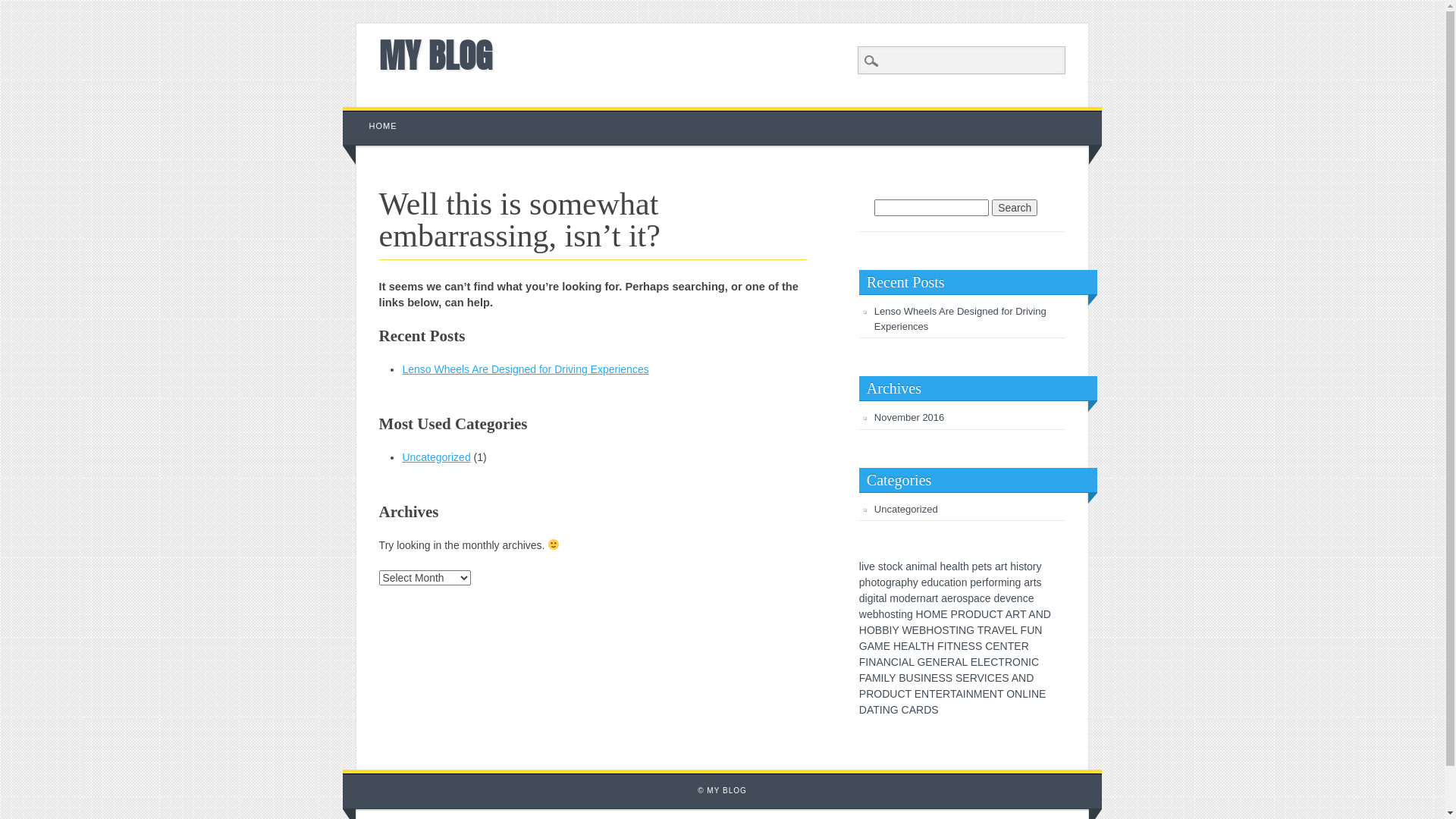 This screenshot has width=1456, height=819. What do you see at coordinates (904, 646) in the screenshot?
I see `'E'` at bounding box center [904, 646].